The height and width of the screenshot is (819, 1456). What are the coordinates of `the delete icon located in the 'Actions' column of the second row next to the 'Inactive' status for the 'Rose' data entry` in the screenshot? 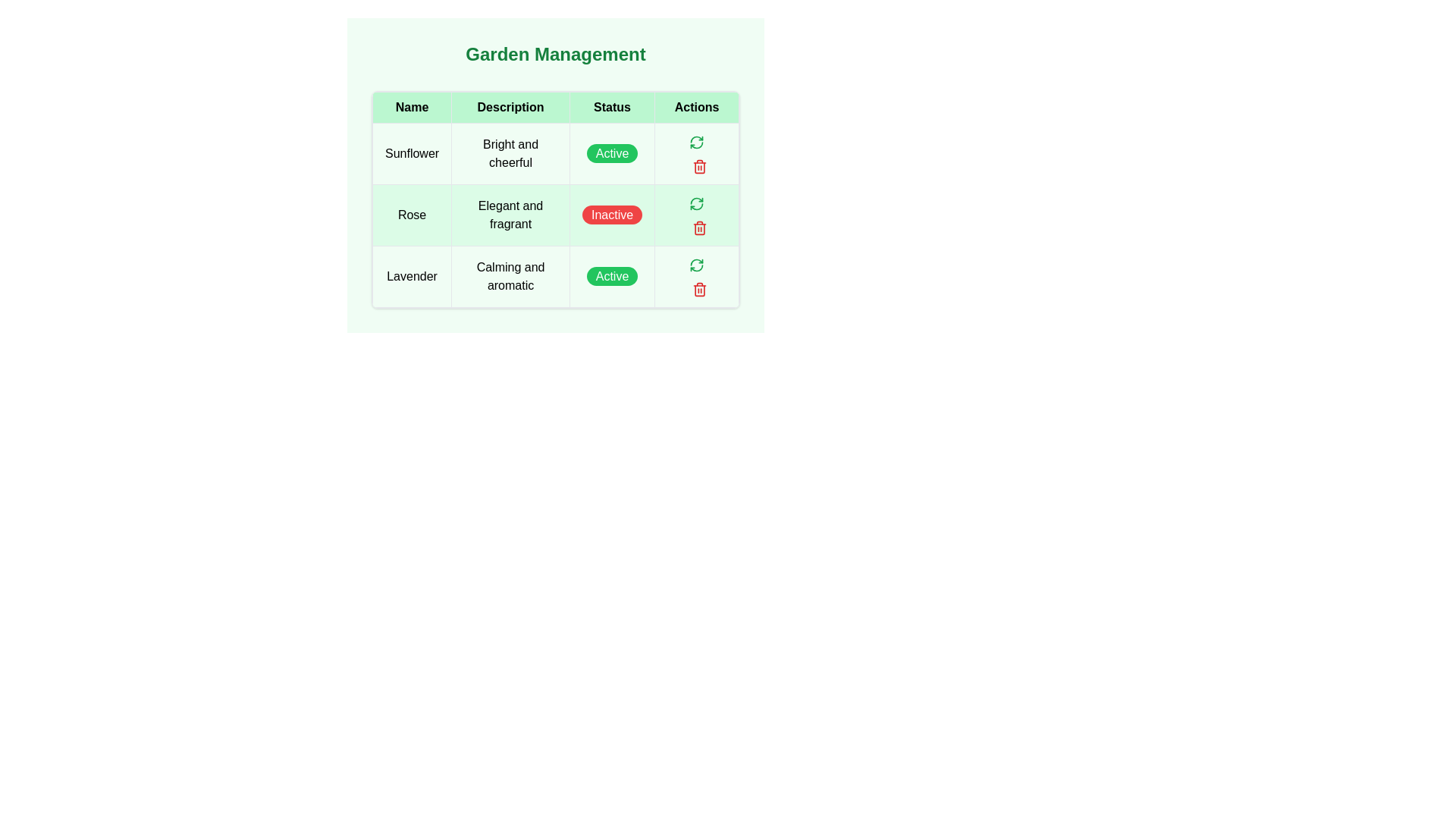 It's located at (699, 227).